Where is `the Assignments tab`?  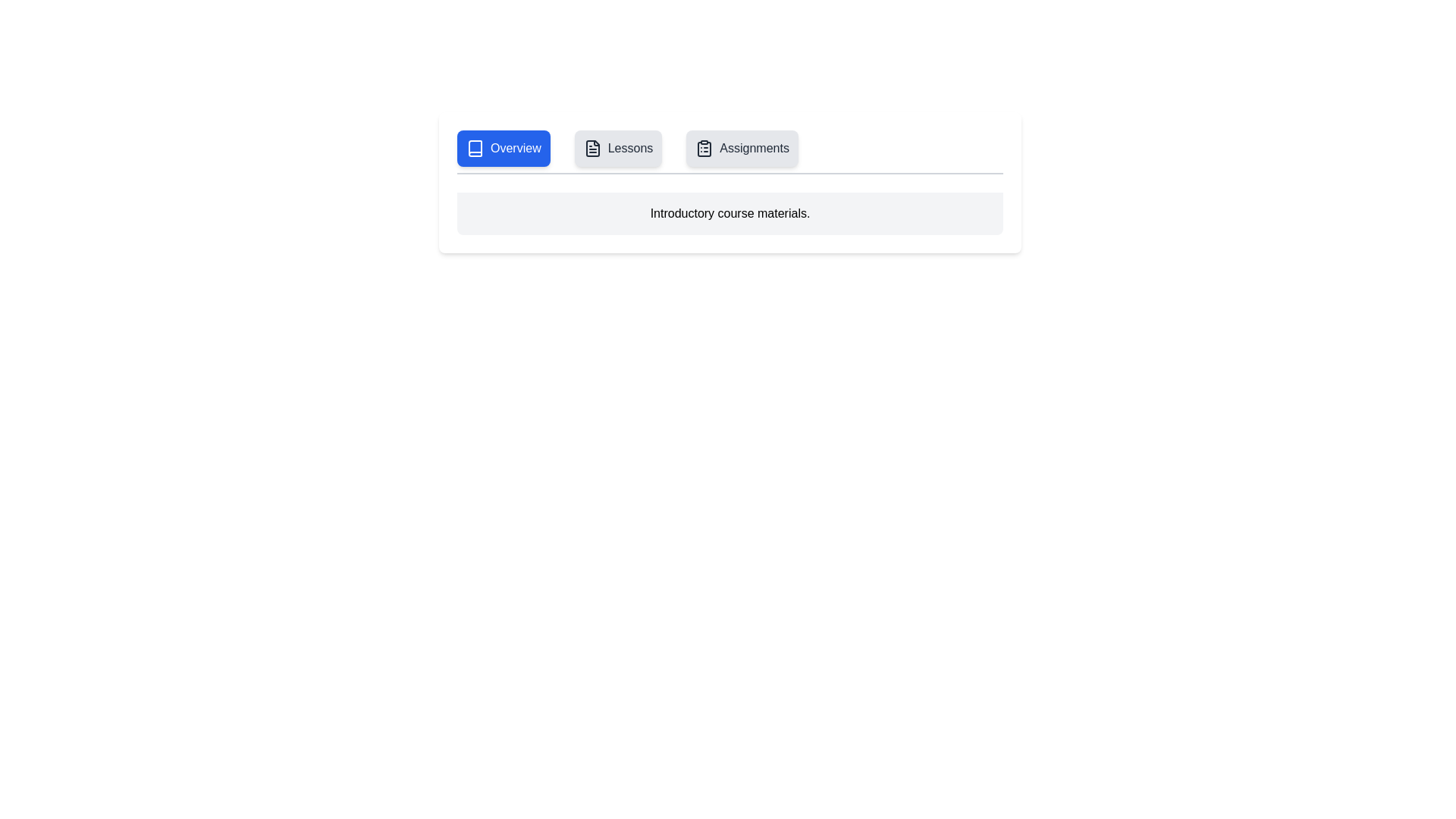
the Assignments tab is located at coordinates (742, 149).